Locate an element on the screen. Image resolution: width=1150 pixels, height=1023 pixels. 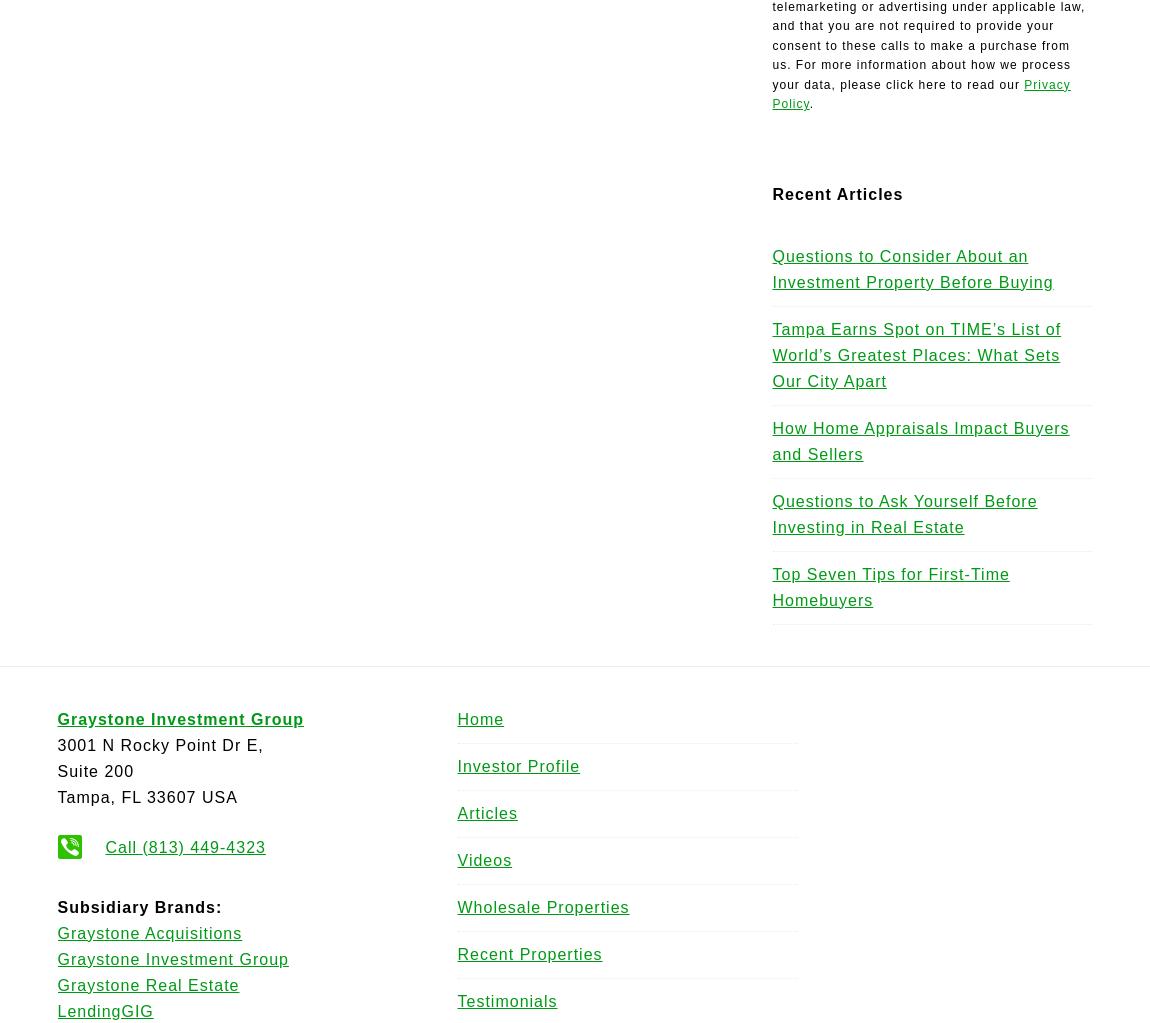
'Recent Properties' is located at coordinates (529, 953).